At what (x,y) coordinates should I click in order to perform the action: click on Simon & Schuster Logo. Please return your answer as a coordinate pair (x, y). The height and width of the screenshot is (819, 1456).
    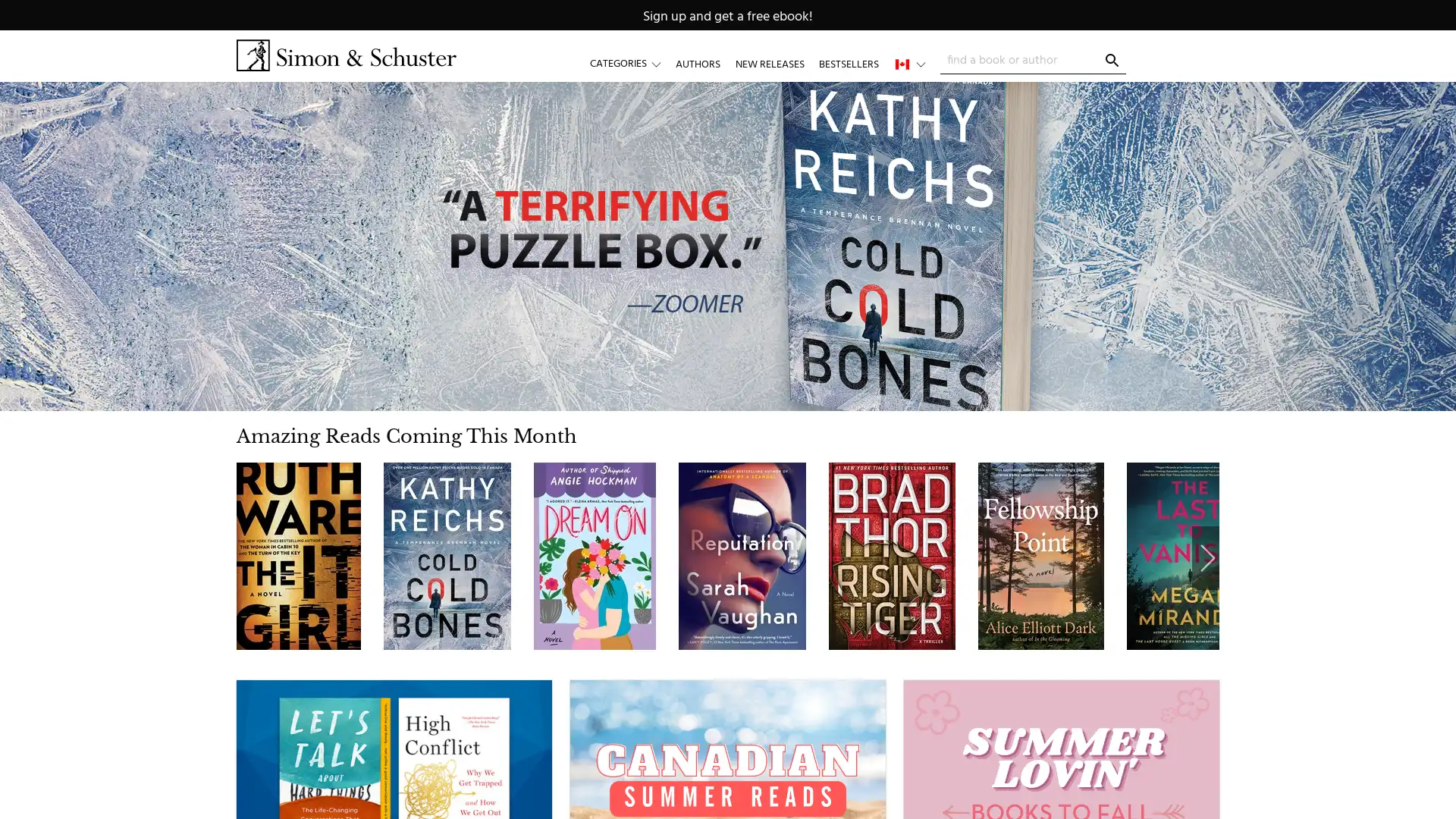
    Looking at the image, I should click on (345, 55).